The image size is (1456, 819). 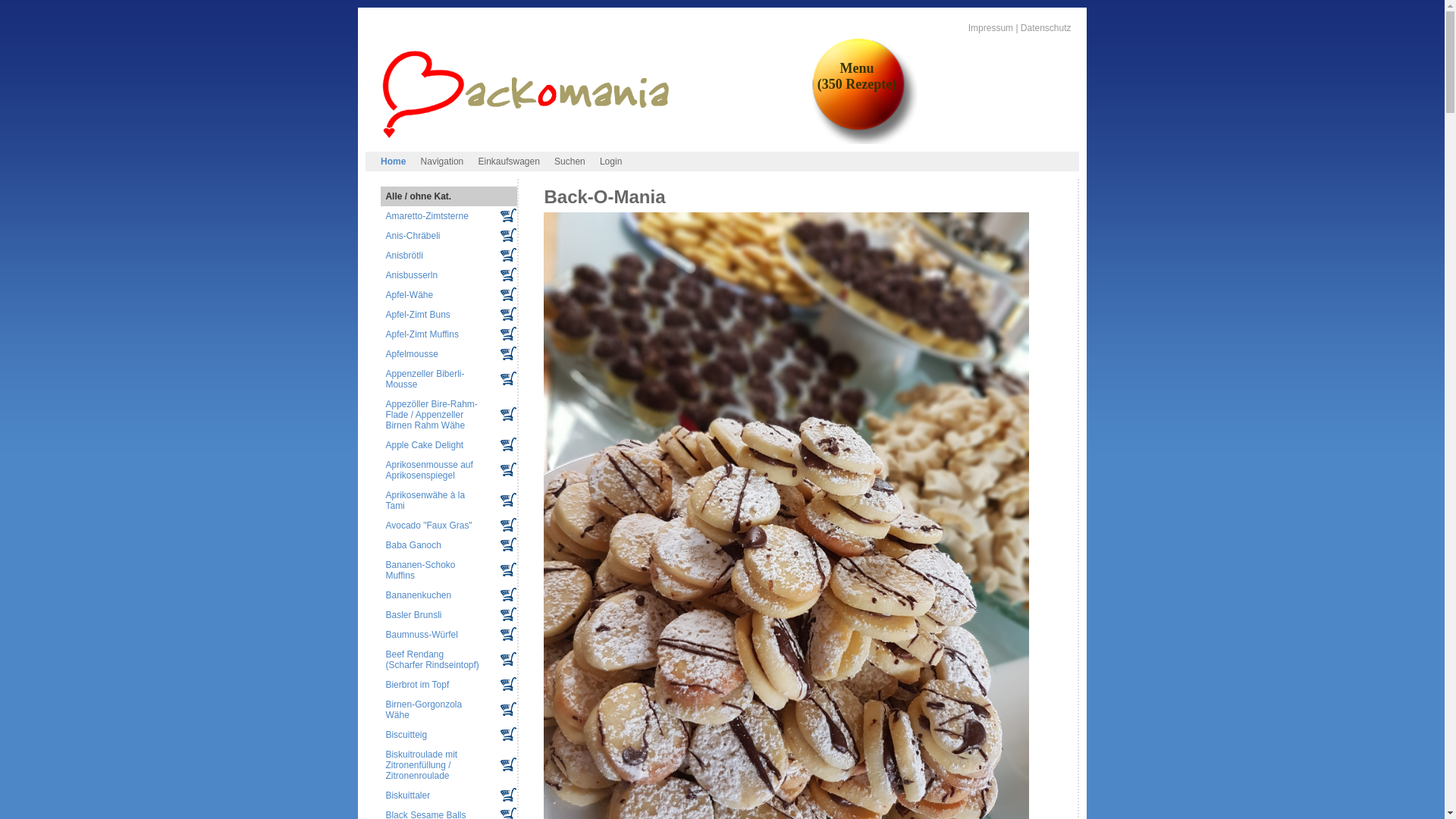 I want to click on 'Bierbrot im Topf', so click(x=417, y=684).